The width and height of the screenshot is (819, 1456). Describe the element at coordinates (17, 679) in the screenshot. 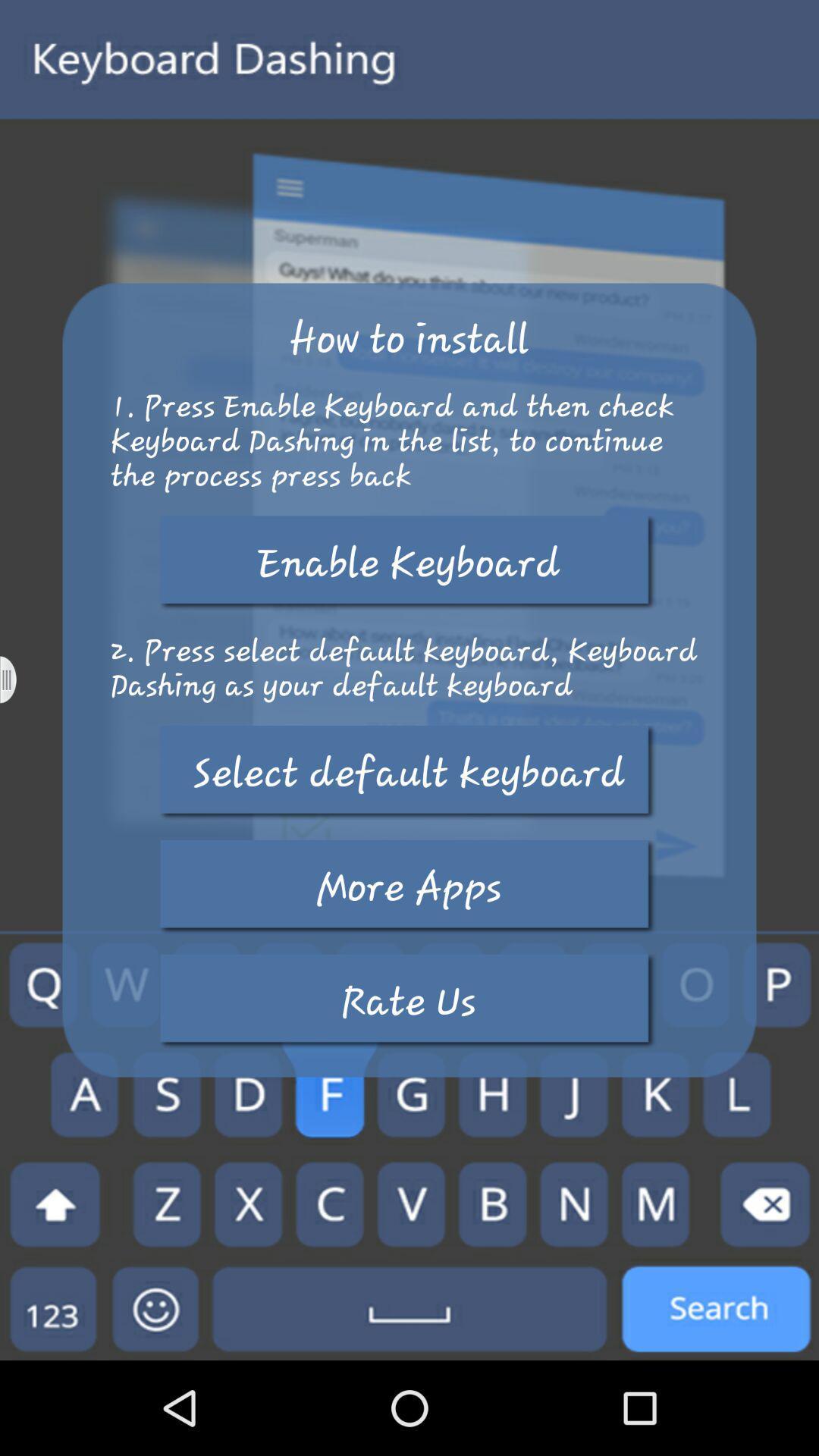

I see `item to the left of the 2 press select item` at that location.